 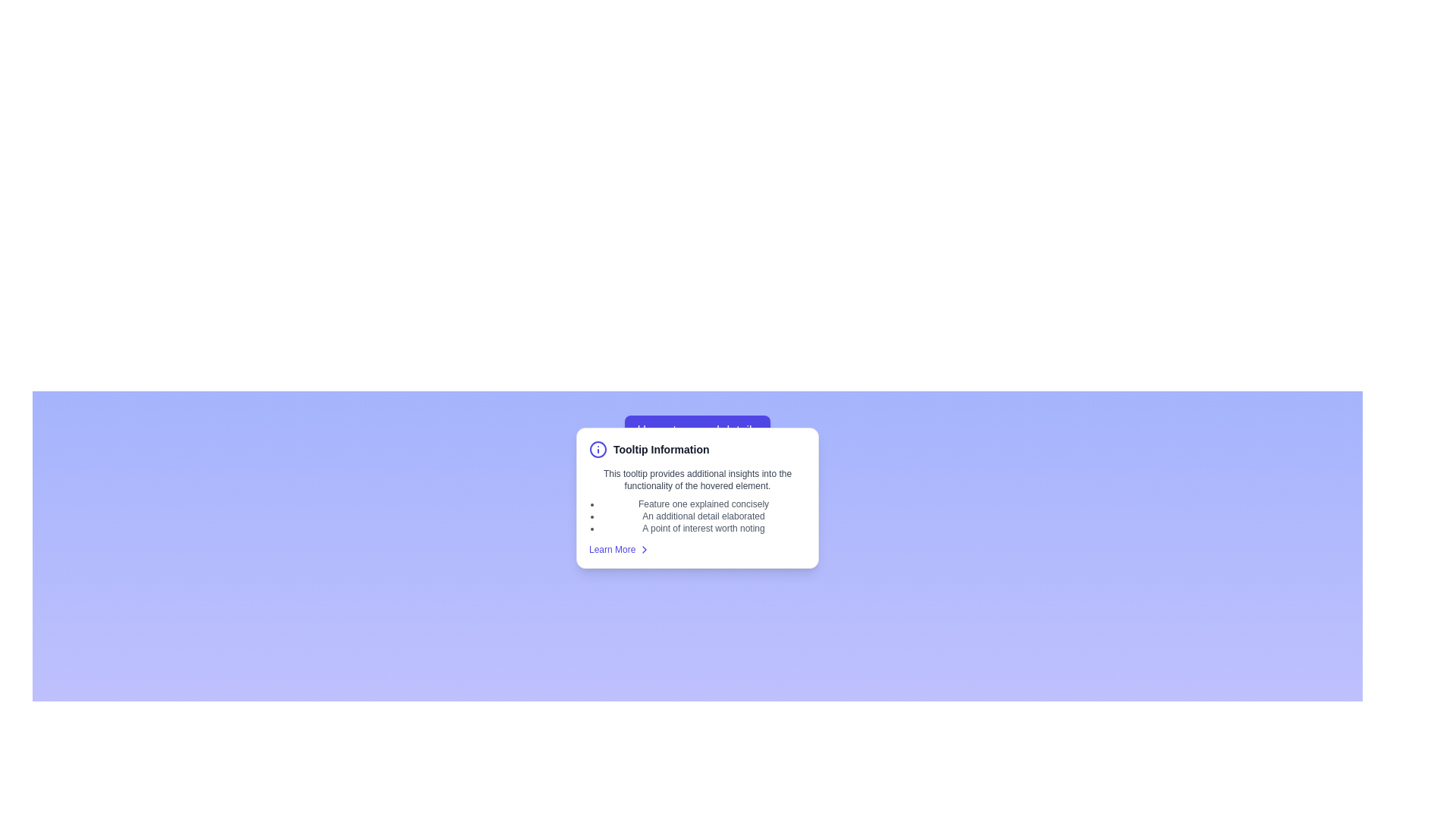 I want to click on text of the third item in the vertically arranged bulleted list within the tooltip, located towards the bottom of the tooltip box, so click(x=702, y=528).